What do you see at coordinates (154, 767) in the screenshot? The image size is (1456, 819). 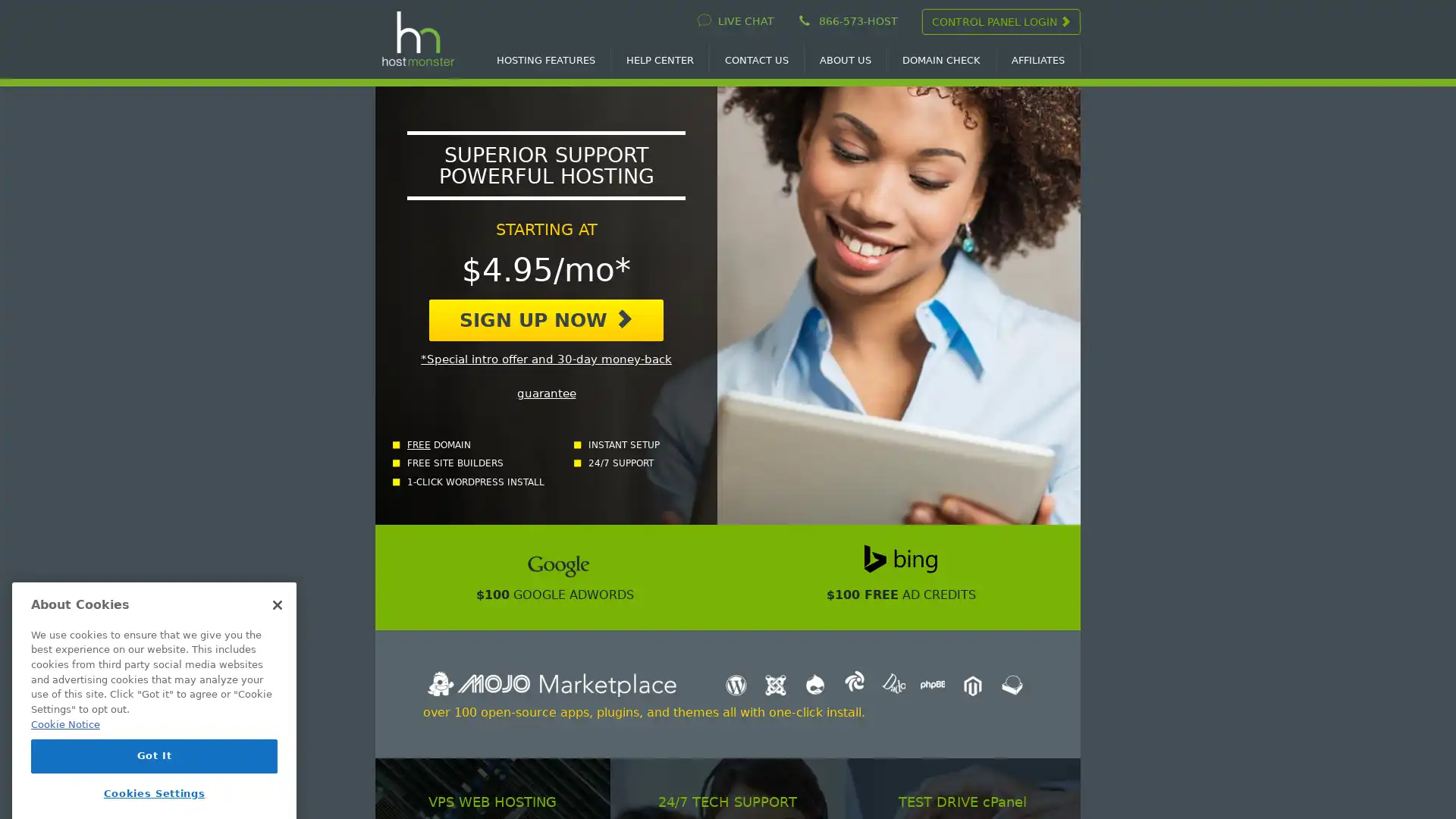 I see `Cookies Settings` at bounding box center [154, 767].